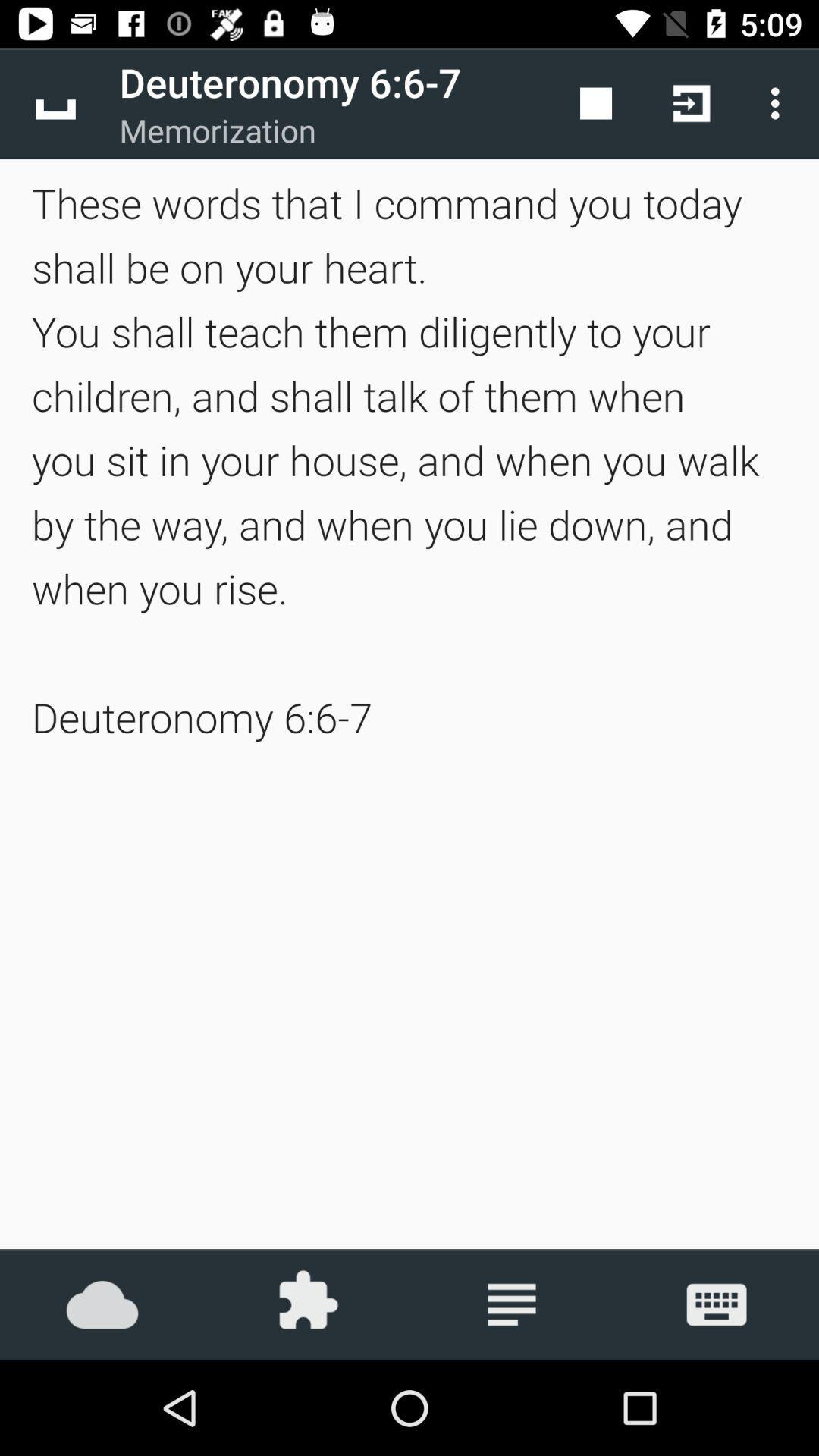 This screenshot has height=1456, width=819. Describe the element at coordinates (55, 102) in the screenshot. I see `the app next to deuteronomy 6 6 app` at that location.